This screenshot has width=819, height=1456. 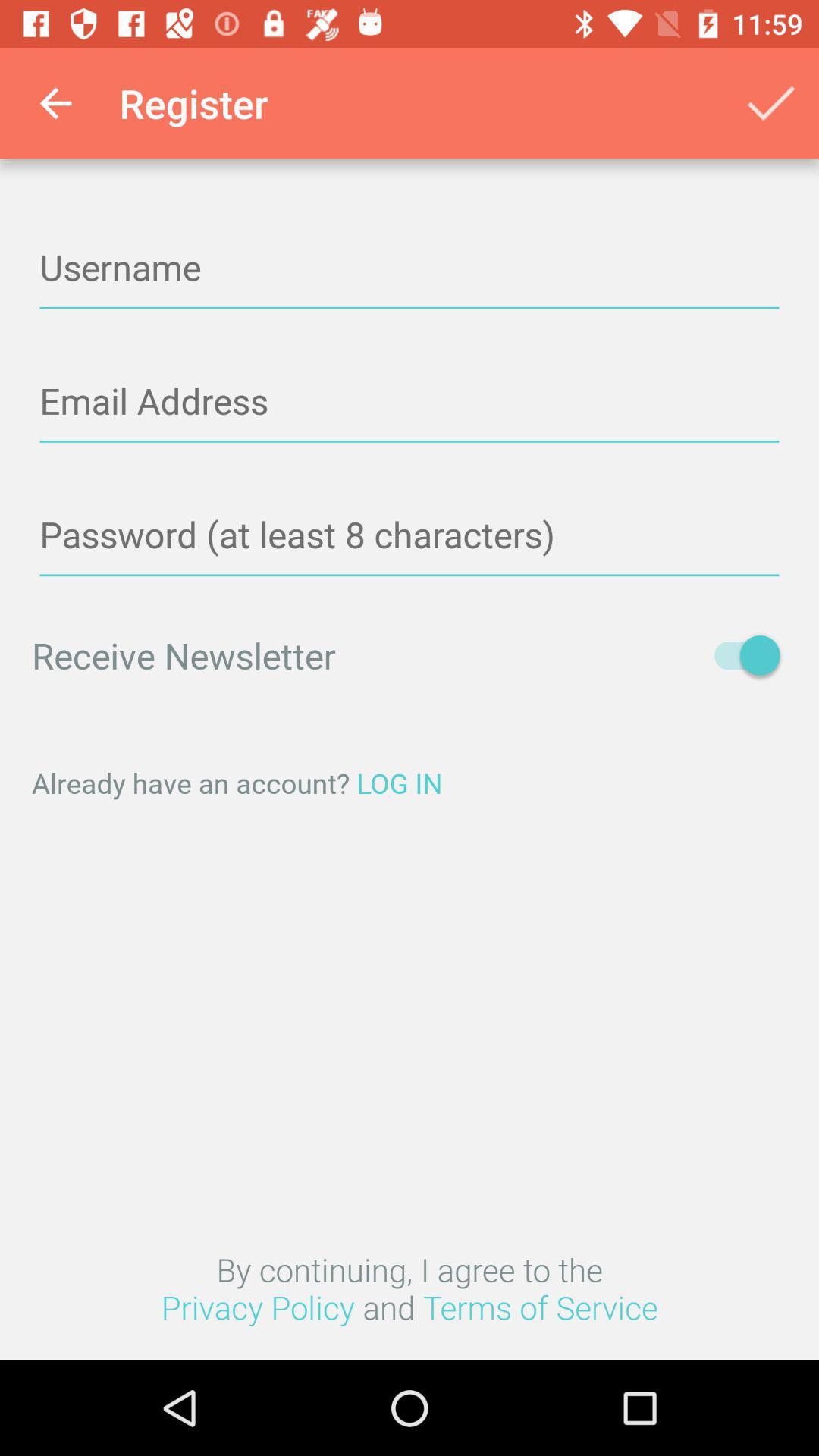 I want to click on item on the right, so click(x=739, y=655).